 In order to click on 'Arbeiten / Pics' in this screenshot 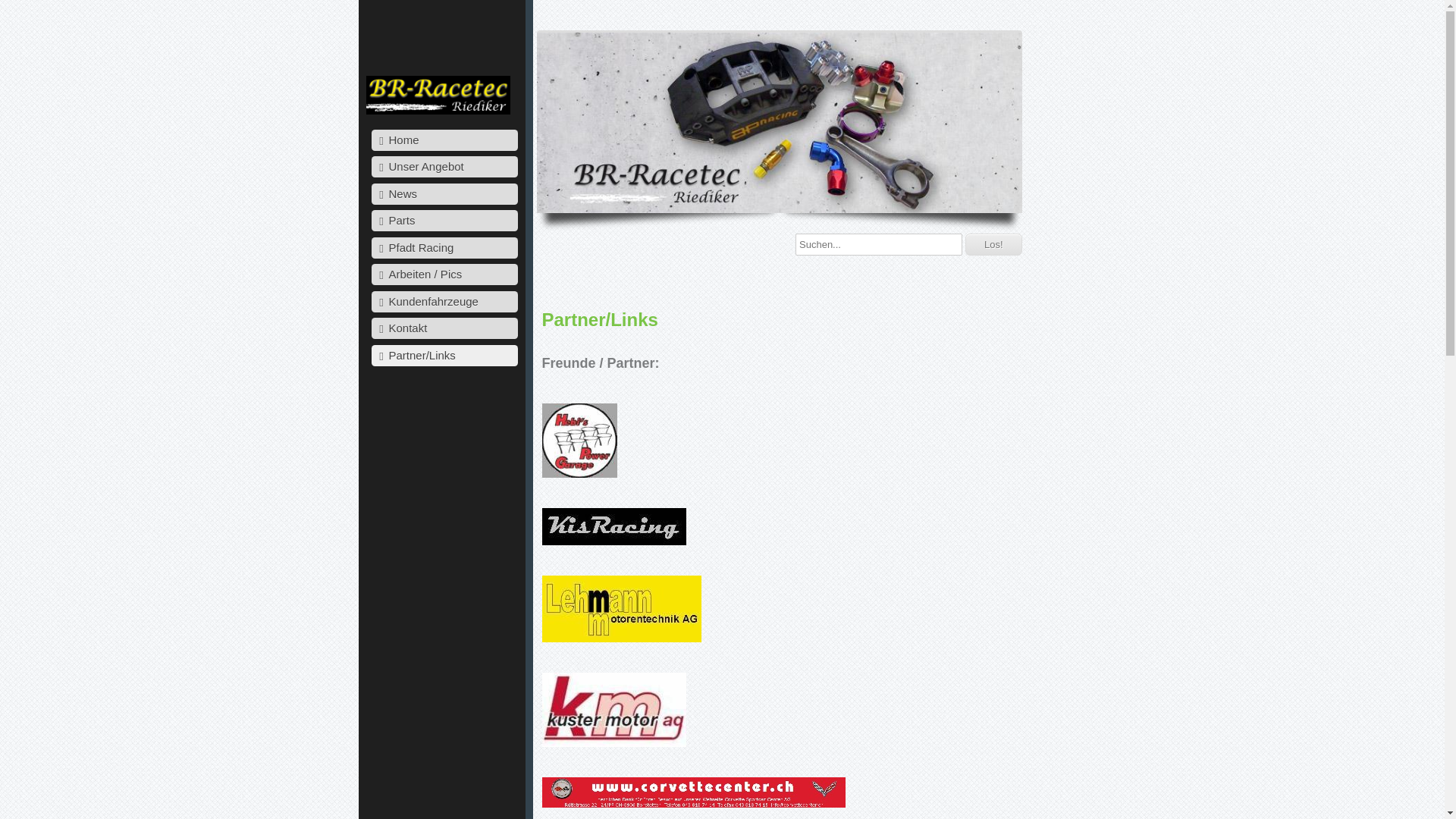, I will do `click(444, 275)`.